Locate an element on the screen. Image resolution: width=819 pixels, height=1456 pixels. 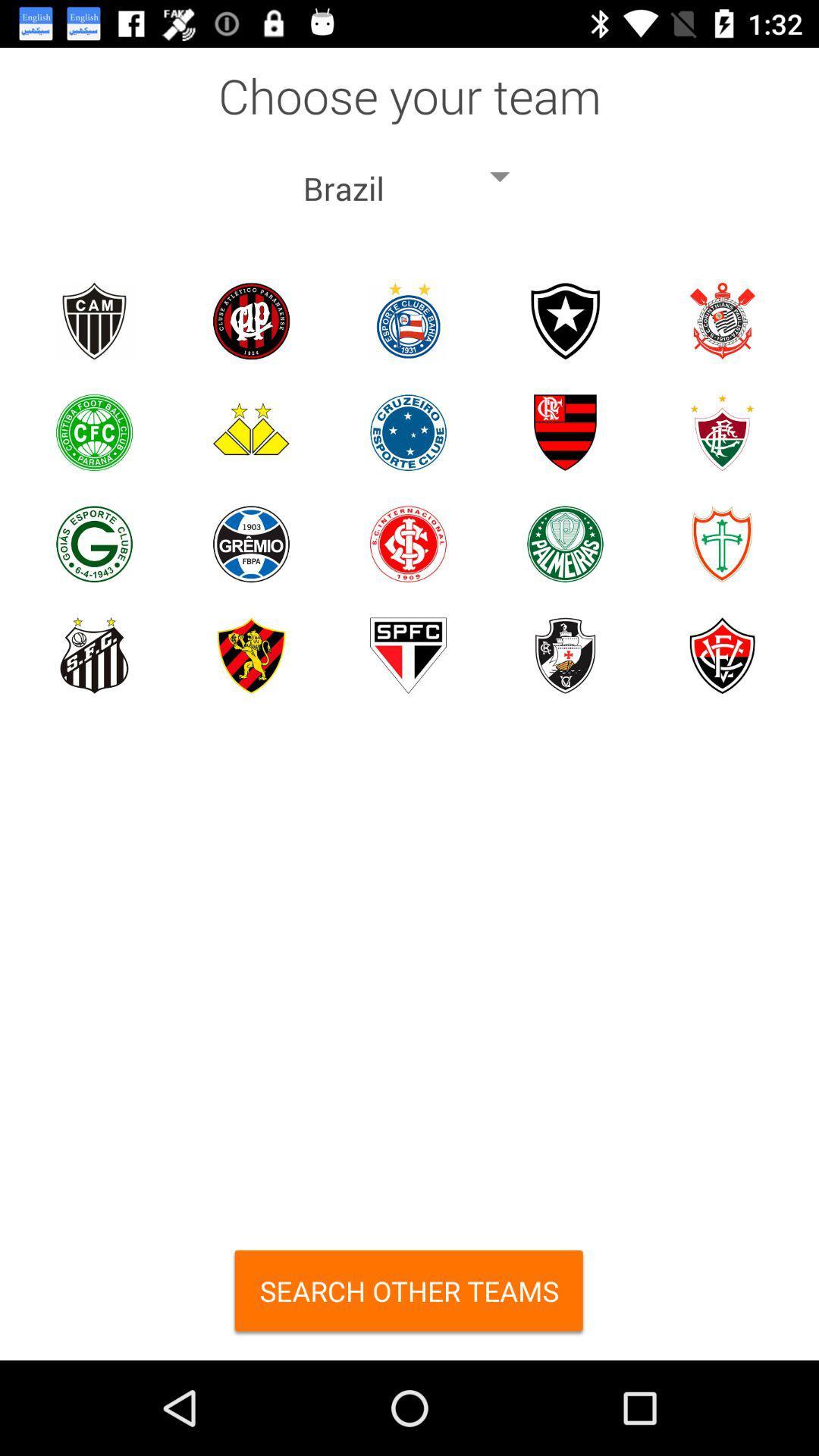
choose a team of yours by clicking on it is located at coordinates (250, 431).